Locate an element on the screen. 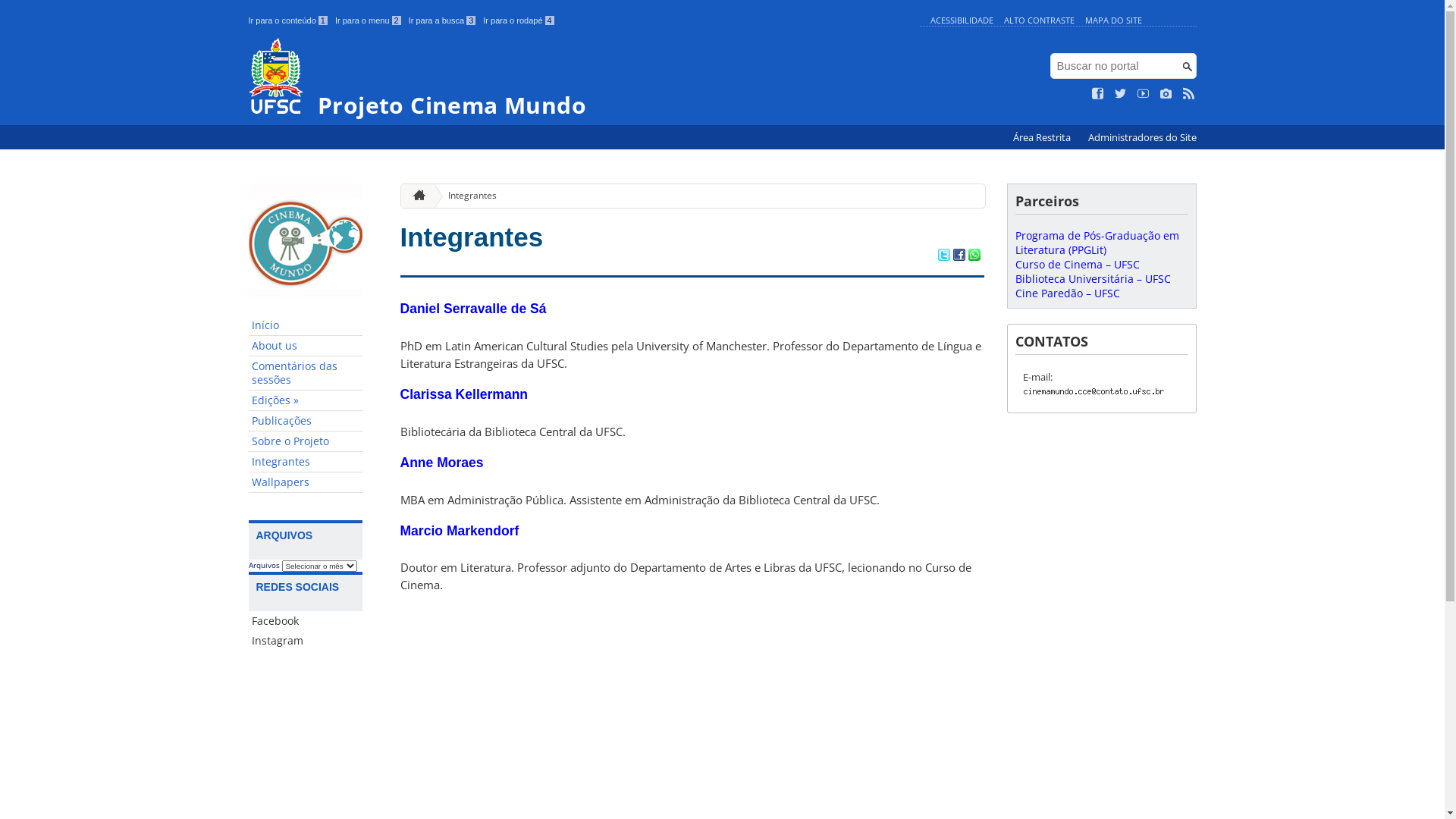 This screenshot has width=1456, height=819. 'Veja no Instagram' is located at coordinates (1165, 93).